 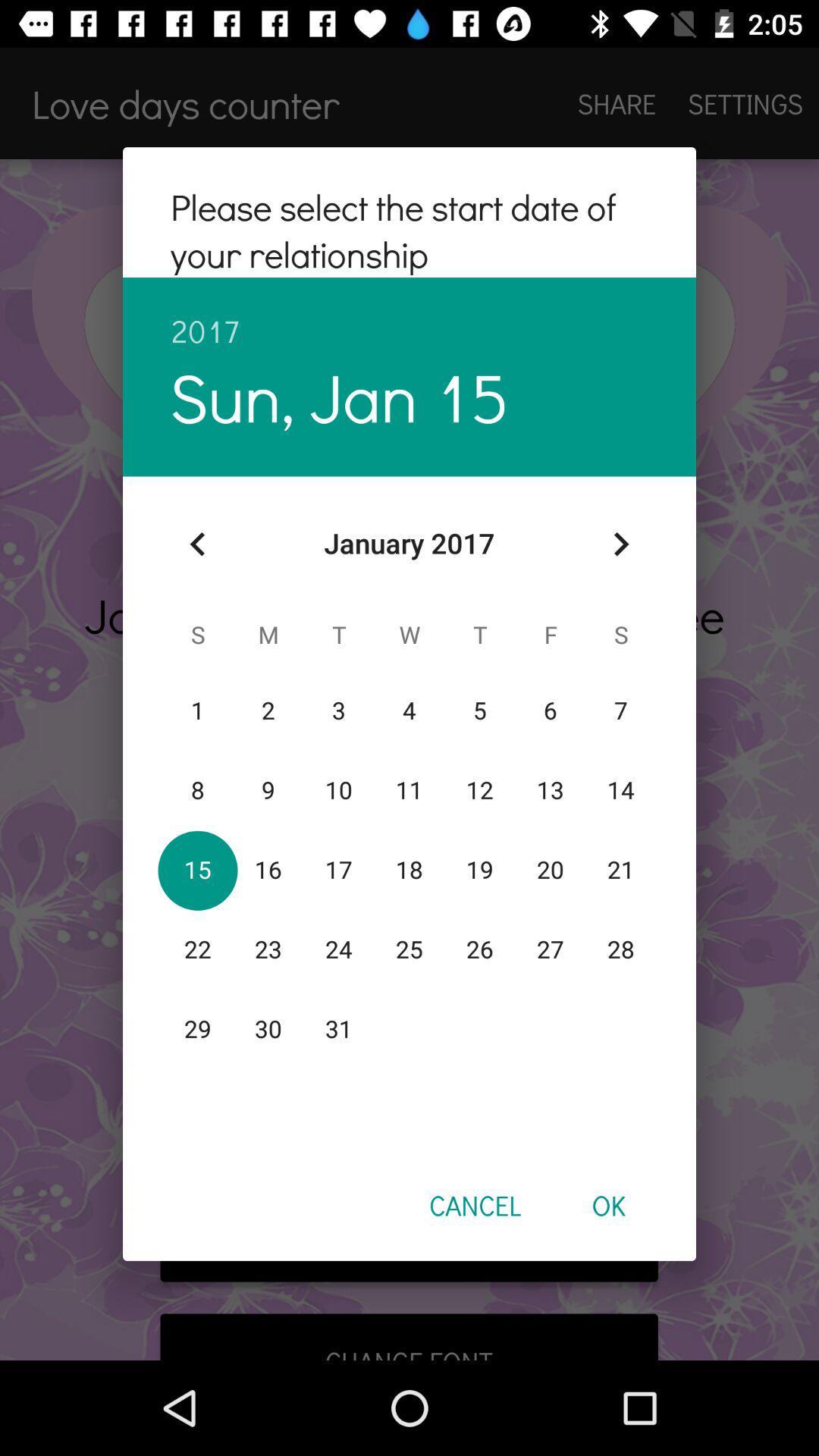 I want to click on item below 2017, so click(x=339, y=396).